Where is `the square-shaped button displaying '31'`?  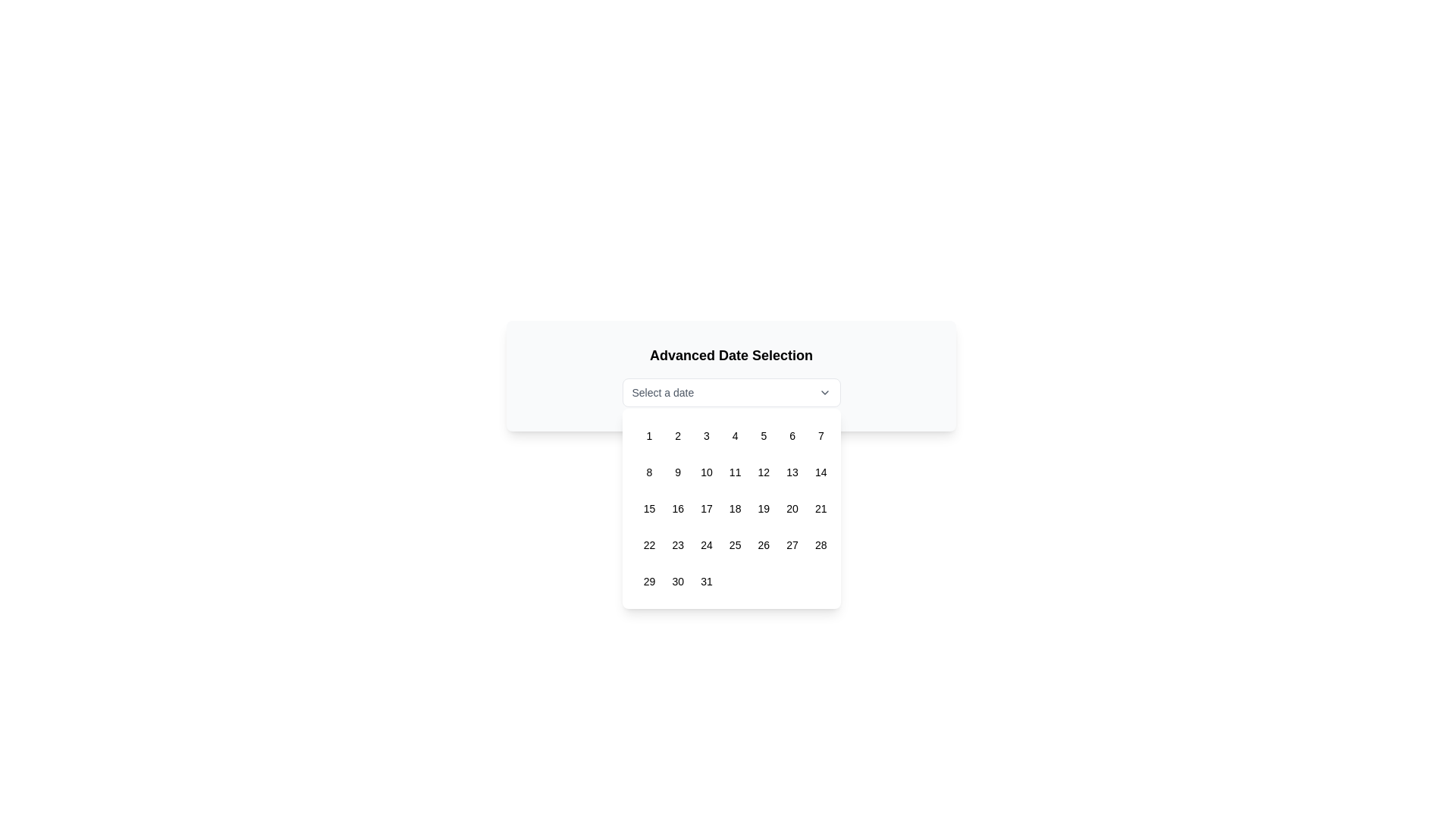 the square-shaped button displaying '31' is located at coordinates (705, 581).